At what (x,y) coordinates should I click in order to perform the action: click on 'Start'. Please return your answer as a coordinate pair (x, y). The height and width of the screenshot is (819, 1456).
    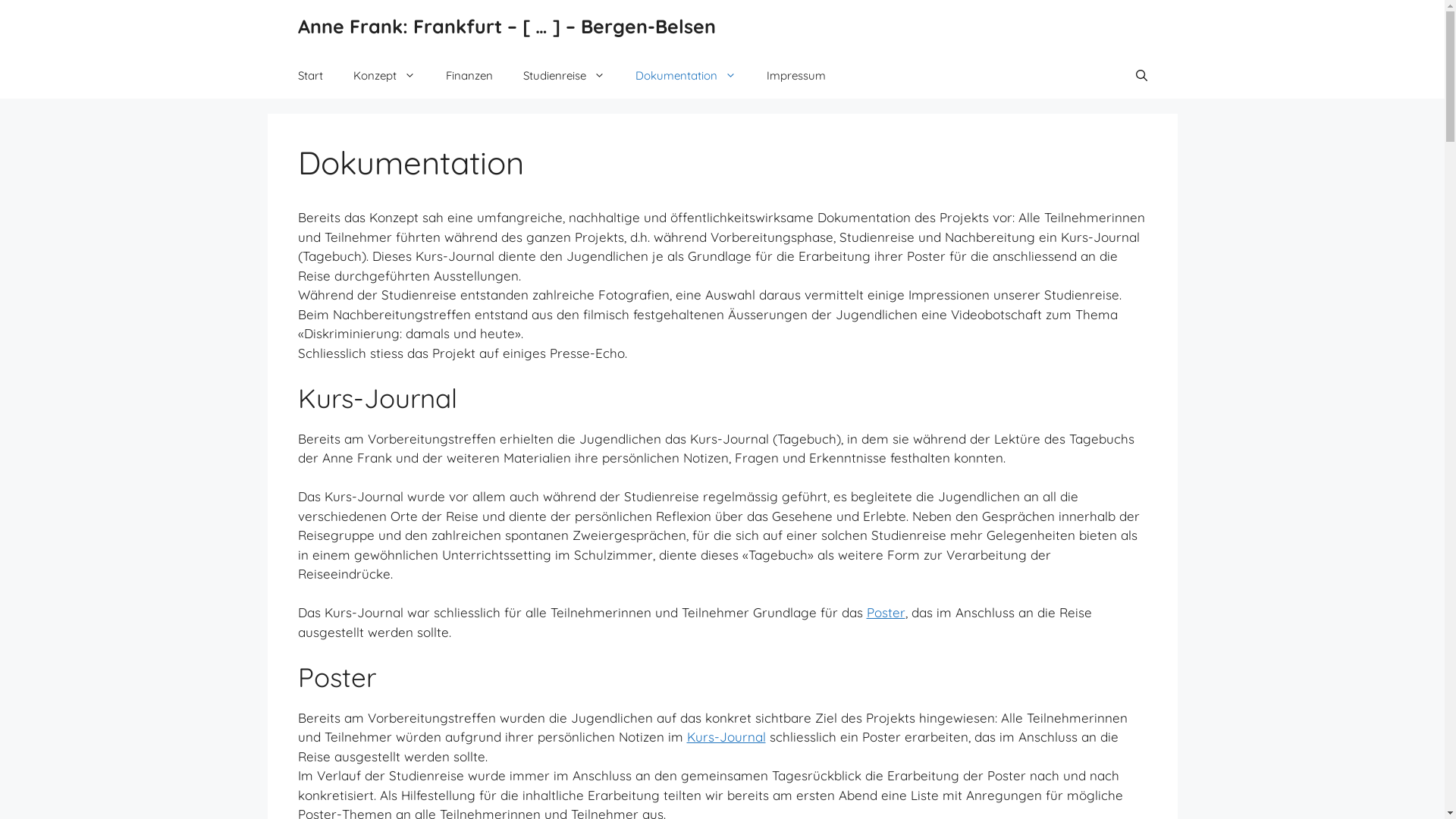
    Looking at the image, I should click on (309, 76).